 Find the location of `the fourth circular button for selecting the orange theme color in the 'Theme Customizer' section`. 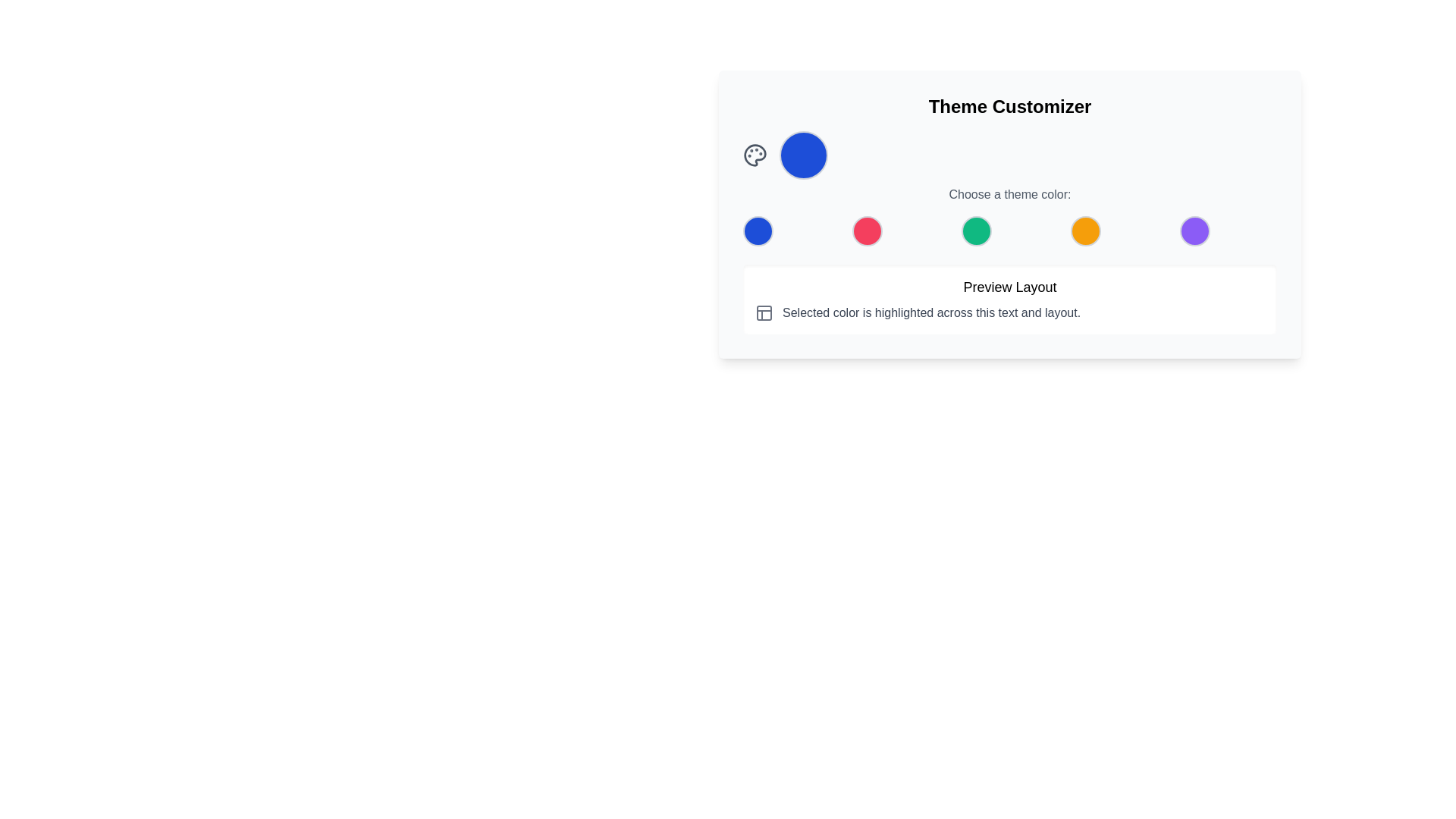

the fourth circular button for selecting the orange theme color in the 'Theme Customizer' section is located at coordinates (1084, 231).